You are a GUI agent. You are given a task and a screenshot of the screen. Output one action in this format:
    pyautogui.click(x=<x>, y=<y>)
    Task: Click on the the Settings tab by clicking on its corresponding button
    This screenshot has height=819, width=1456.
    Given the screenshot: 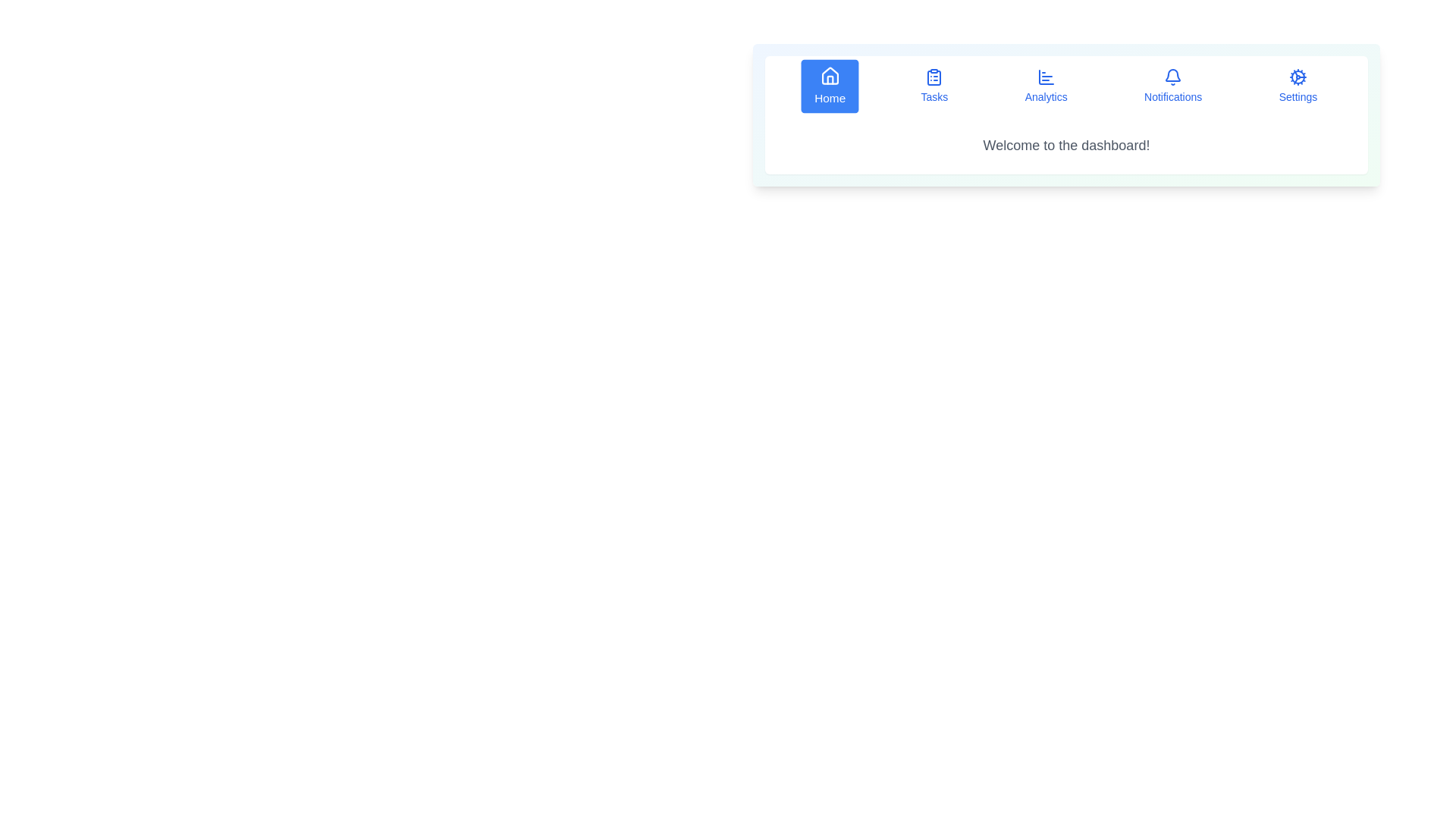 What is the action you would take?
    pyautogui.click(x=1298, y=86)
    